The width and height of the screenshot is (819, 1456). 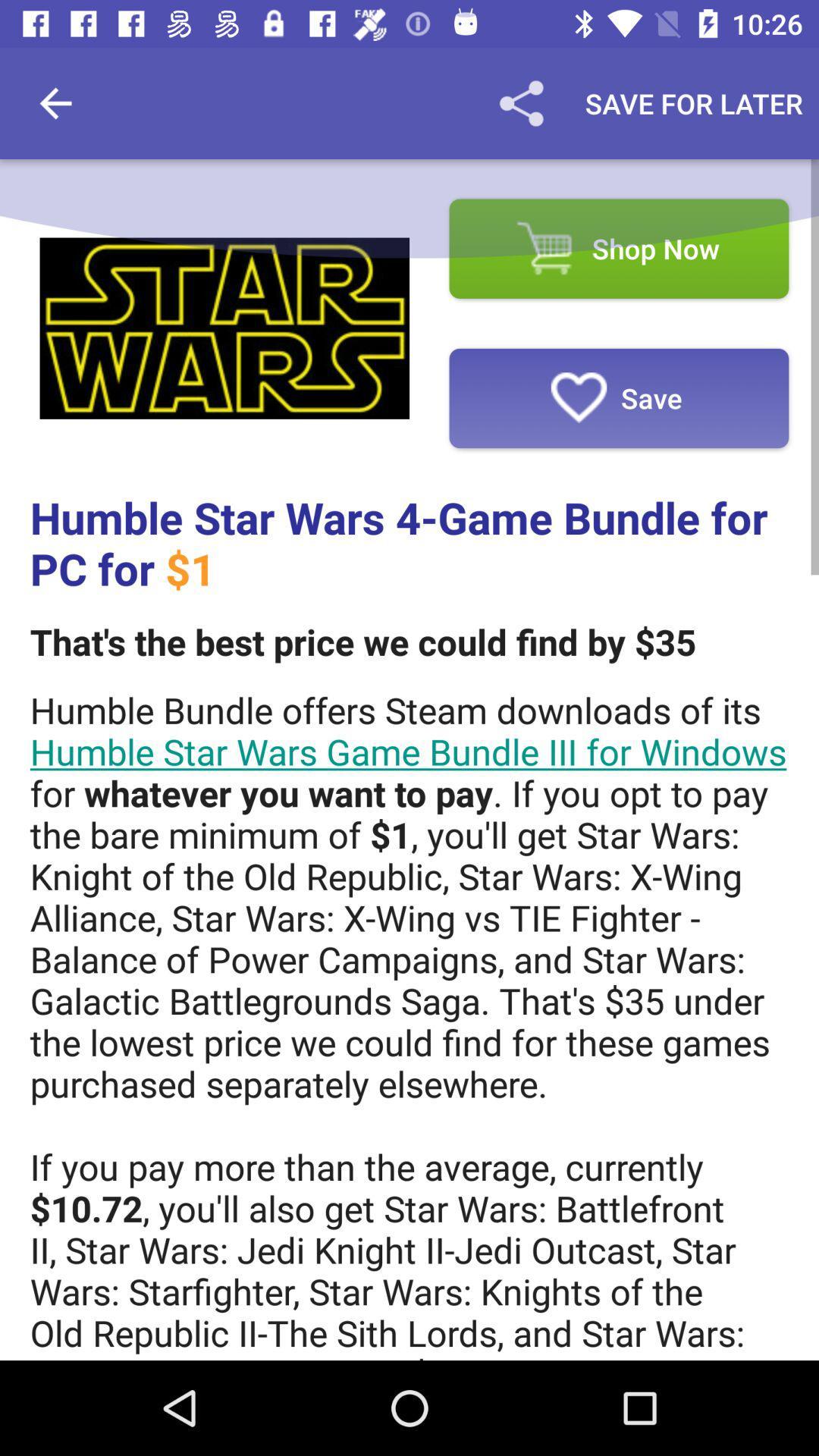 I want to click on item next to save for later, so click(x=520, y=102).